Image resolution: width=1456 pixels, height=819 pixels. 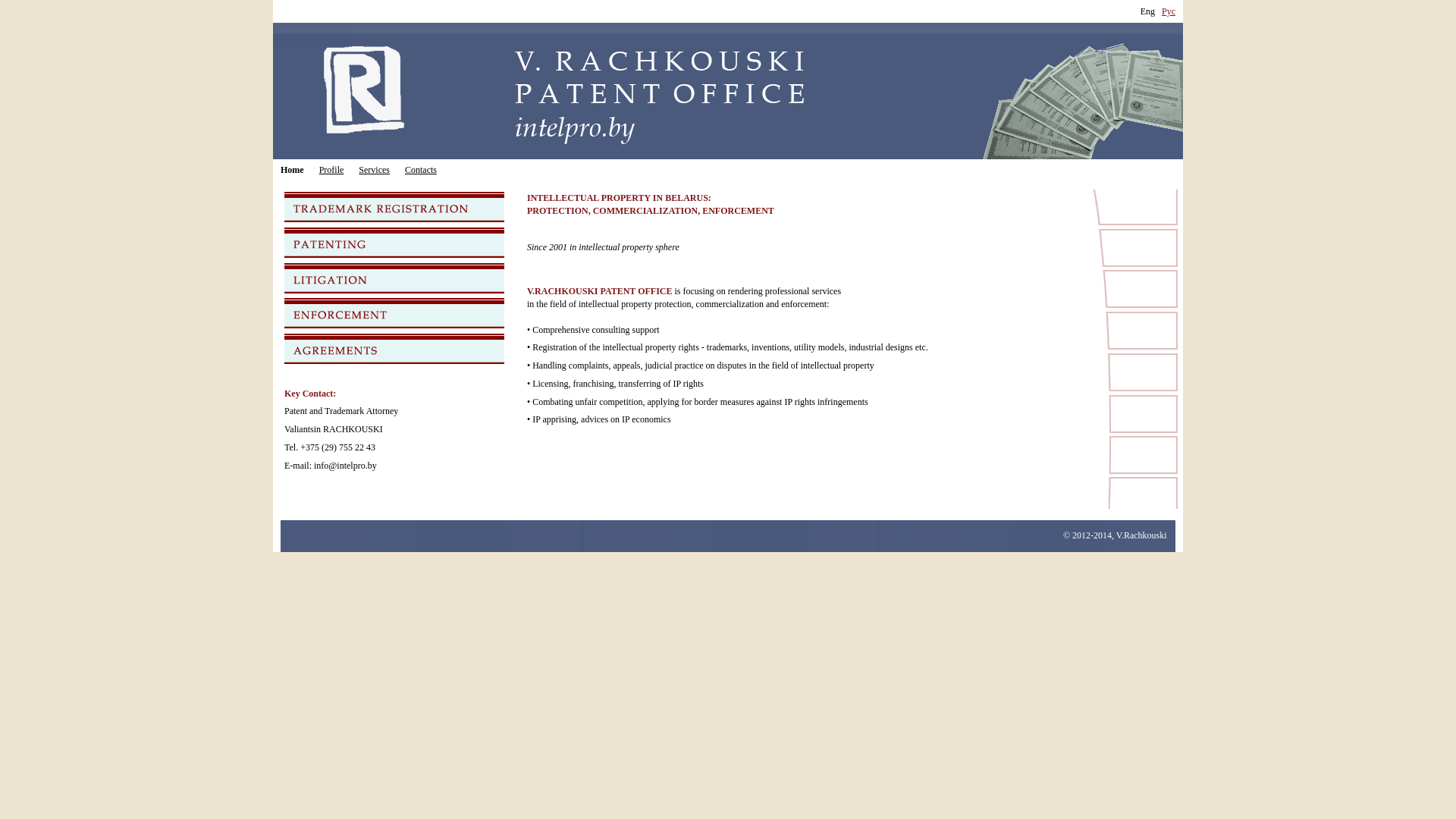 I want to click on 'Contacts', so click(x=421, y=170).